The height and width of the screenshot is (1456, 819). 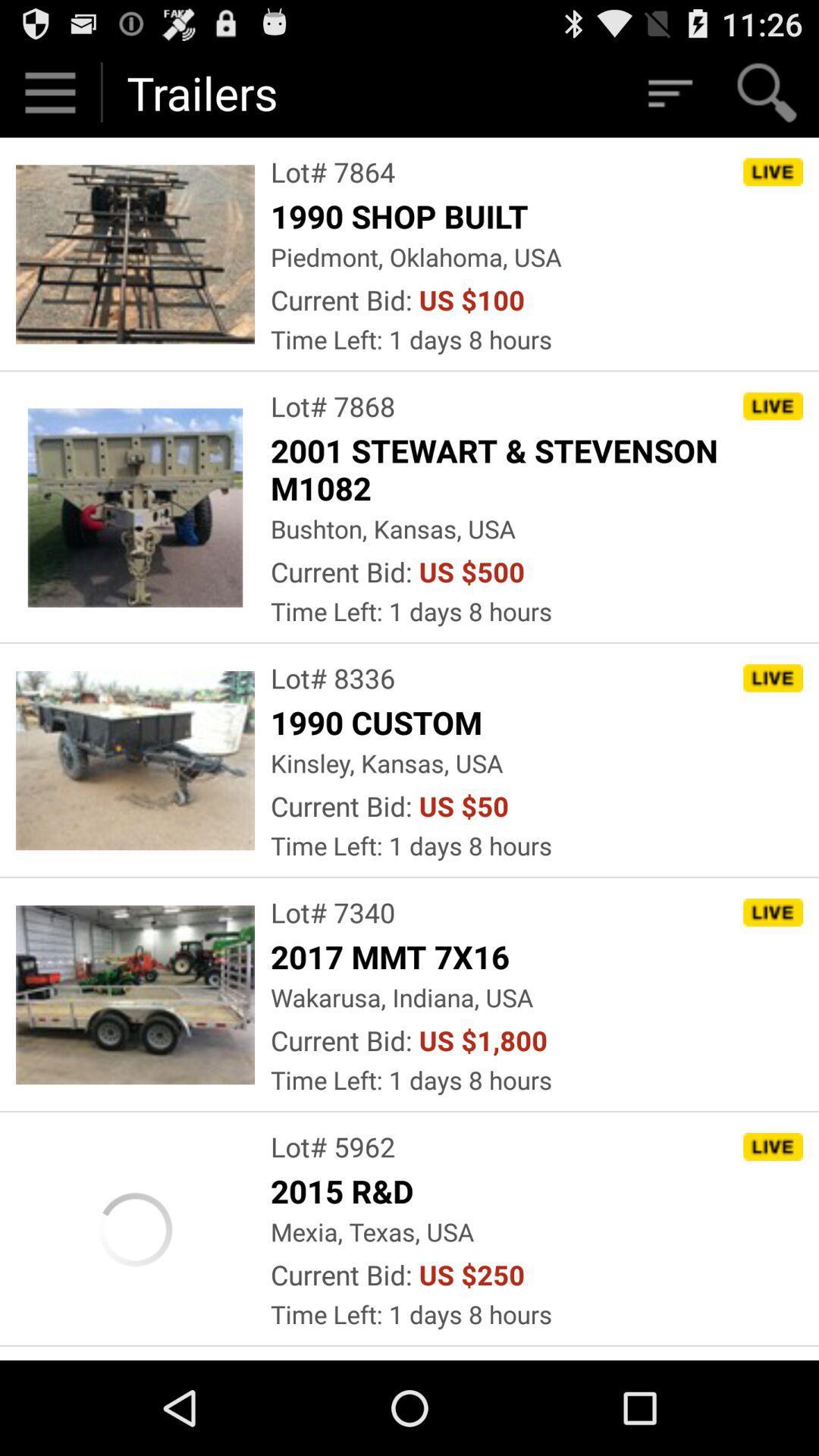 I want to click on icon above the 1990 custom  icon, so click(x=332, y=677).